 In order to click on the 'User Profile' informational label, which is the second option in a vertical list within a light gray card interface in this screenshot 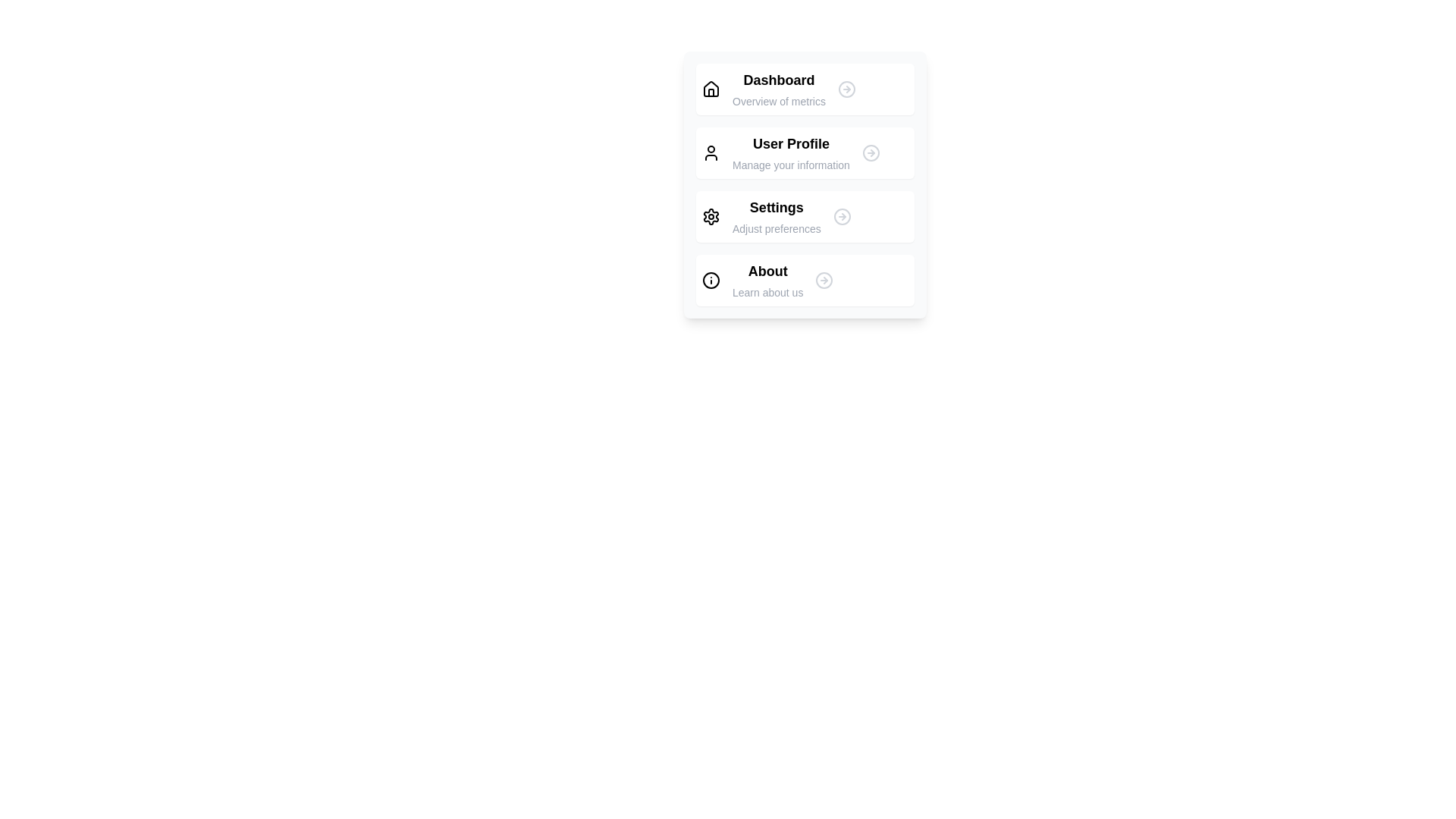, I will do `click(790, 152)`.